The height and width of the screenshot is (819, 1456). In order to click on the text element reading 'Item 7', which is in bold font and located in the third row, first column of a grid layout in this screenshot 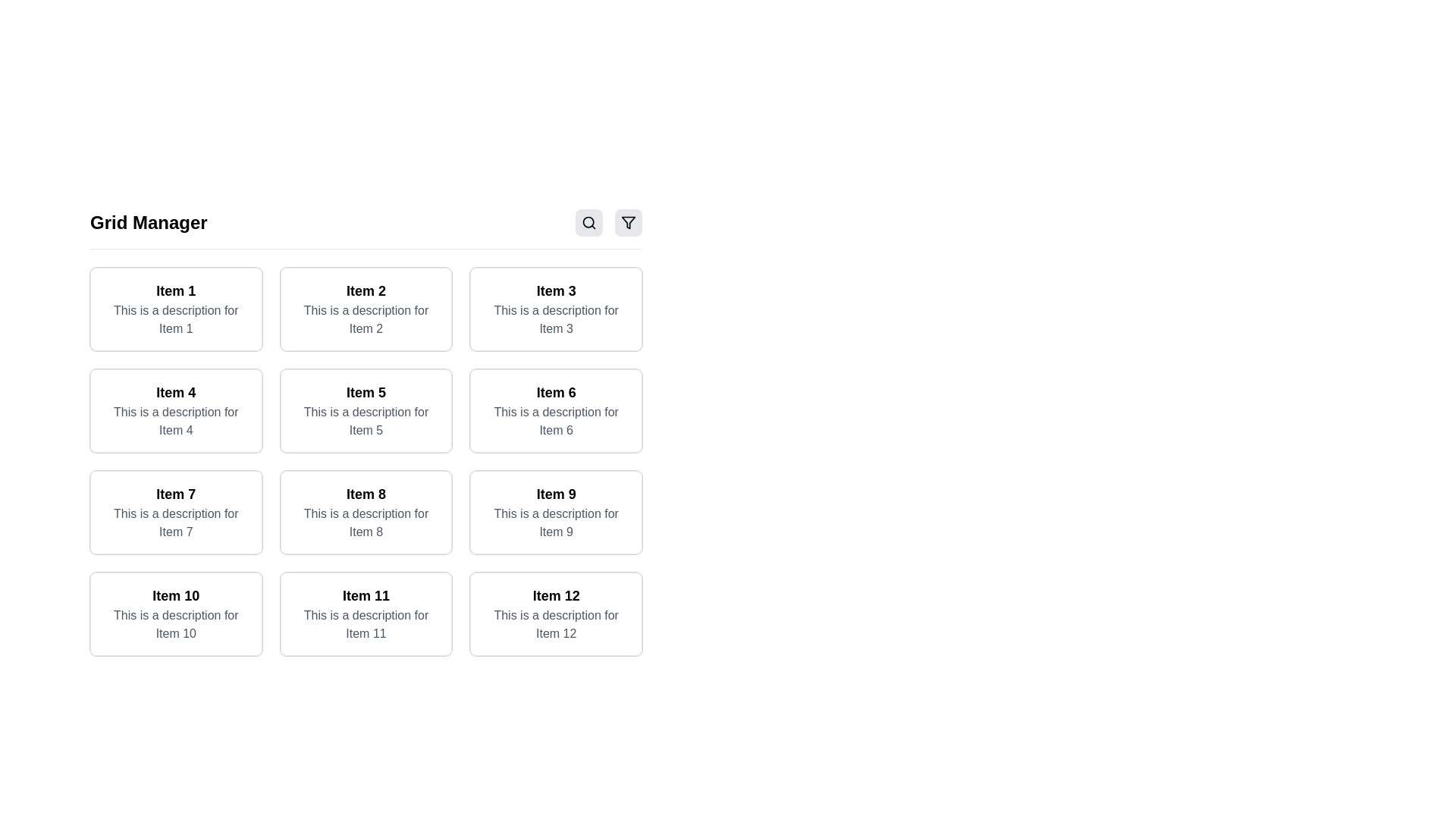, I will do `click(176, 494)`.